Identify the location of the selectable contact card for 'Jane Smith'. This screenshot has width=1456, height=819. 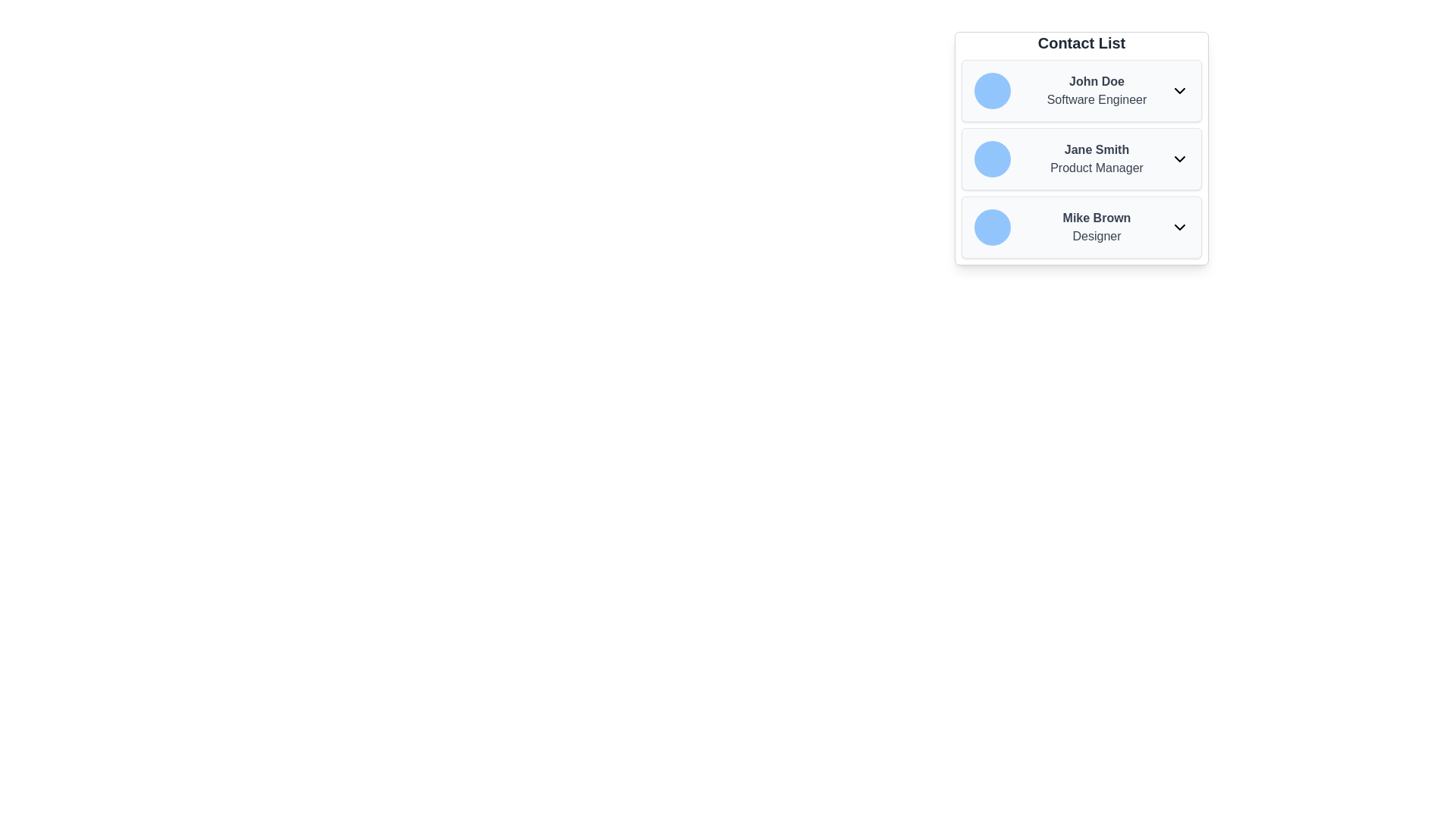
(1081, 158).